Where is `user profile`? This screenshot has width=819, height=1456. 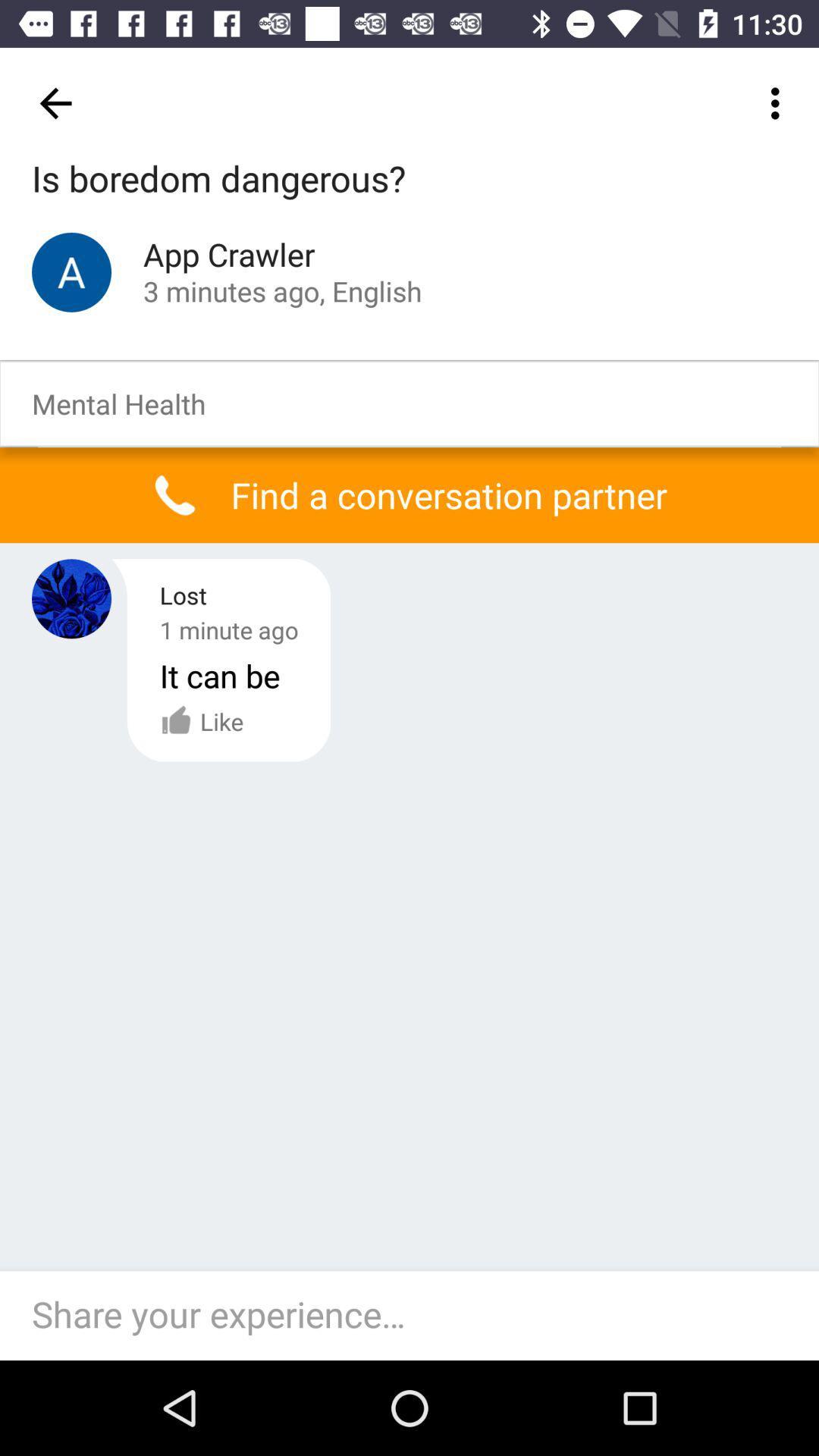 user profile is located at coordinates (71, 598).